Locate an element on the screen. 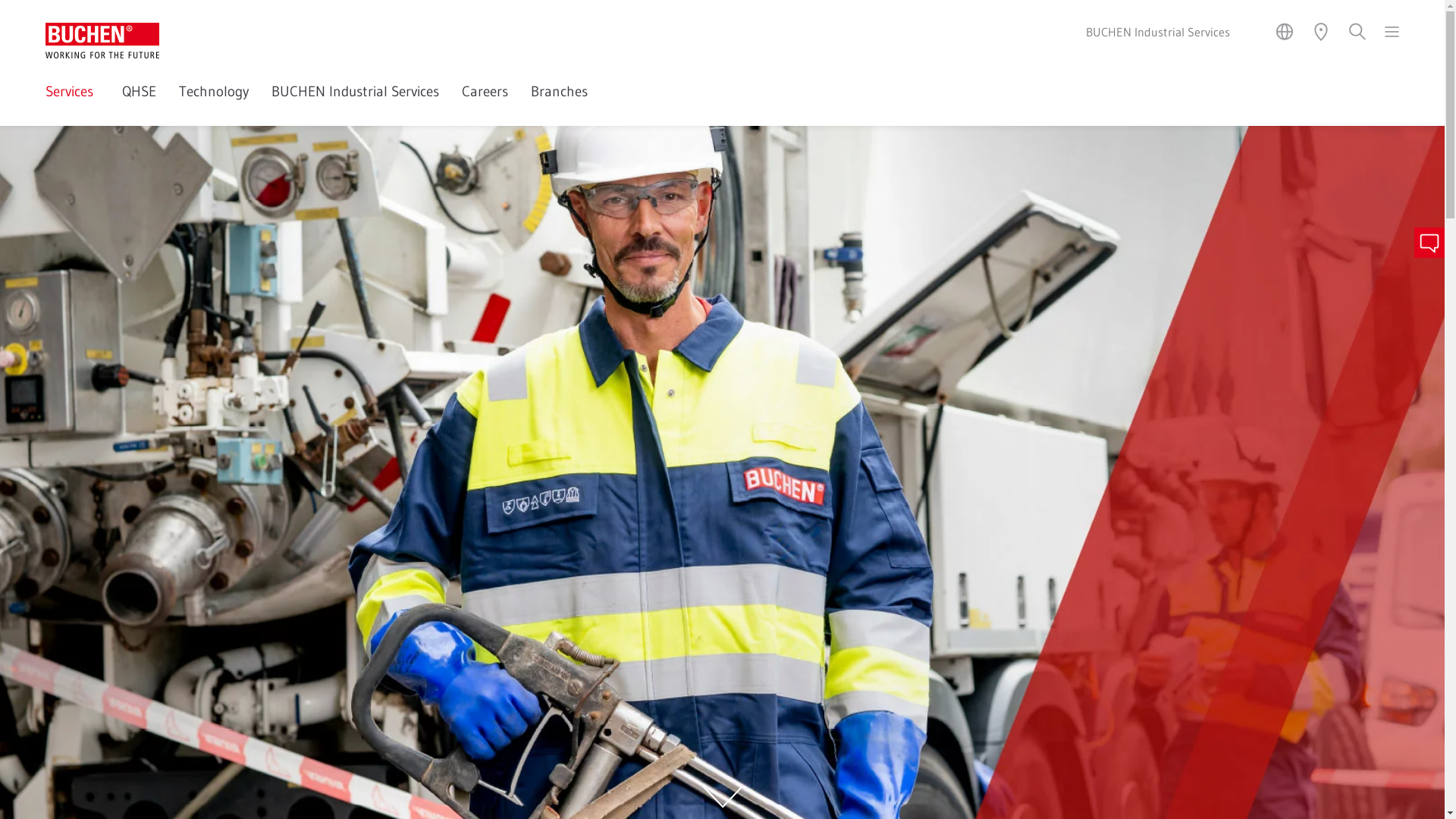 This screenshot has height=819, width=1456. 'Careers' is located at coordinates (484, 102).